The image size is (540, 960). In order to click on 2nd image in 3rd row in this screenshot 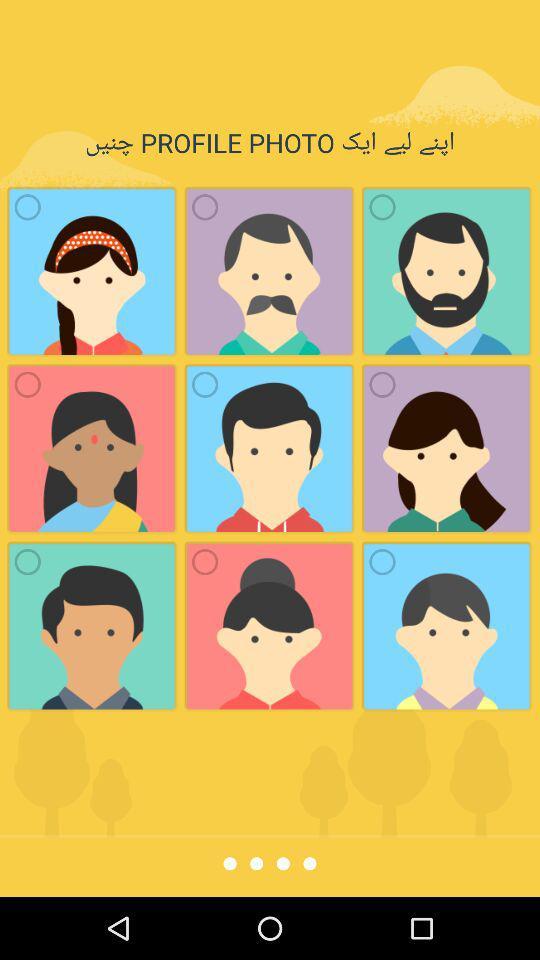, I will do `click(270, 625)`.